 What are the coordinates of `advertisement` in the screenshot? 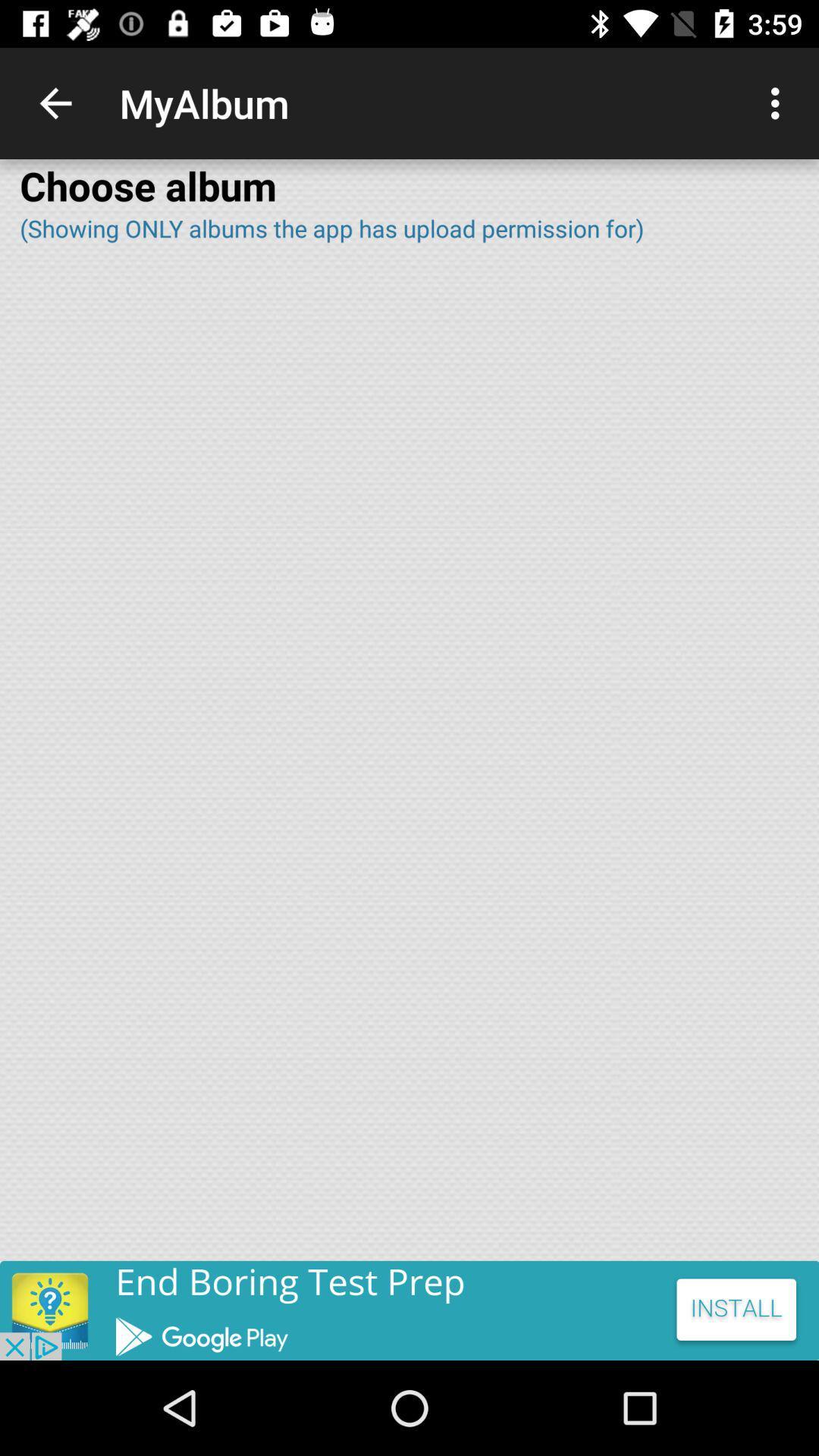 It's located at (409, 1310).